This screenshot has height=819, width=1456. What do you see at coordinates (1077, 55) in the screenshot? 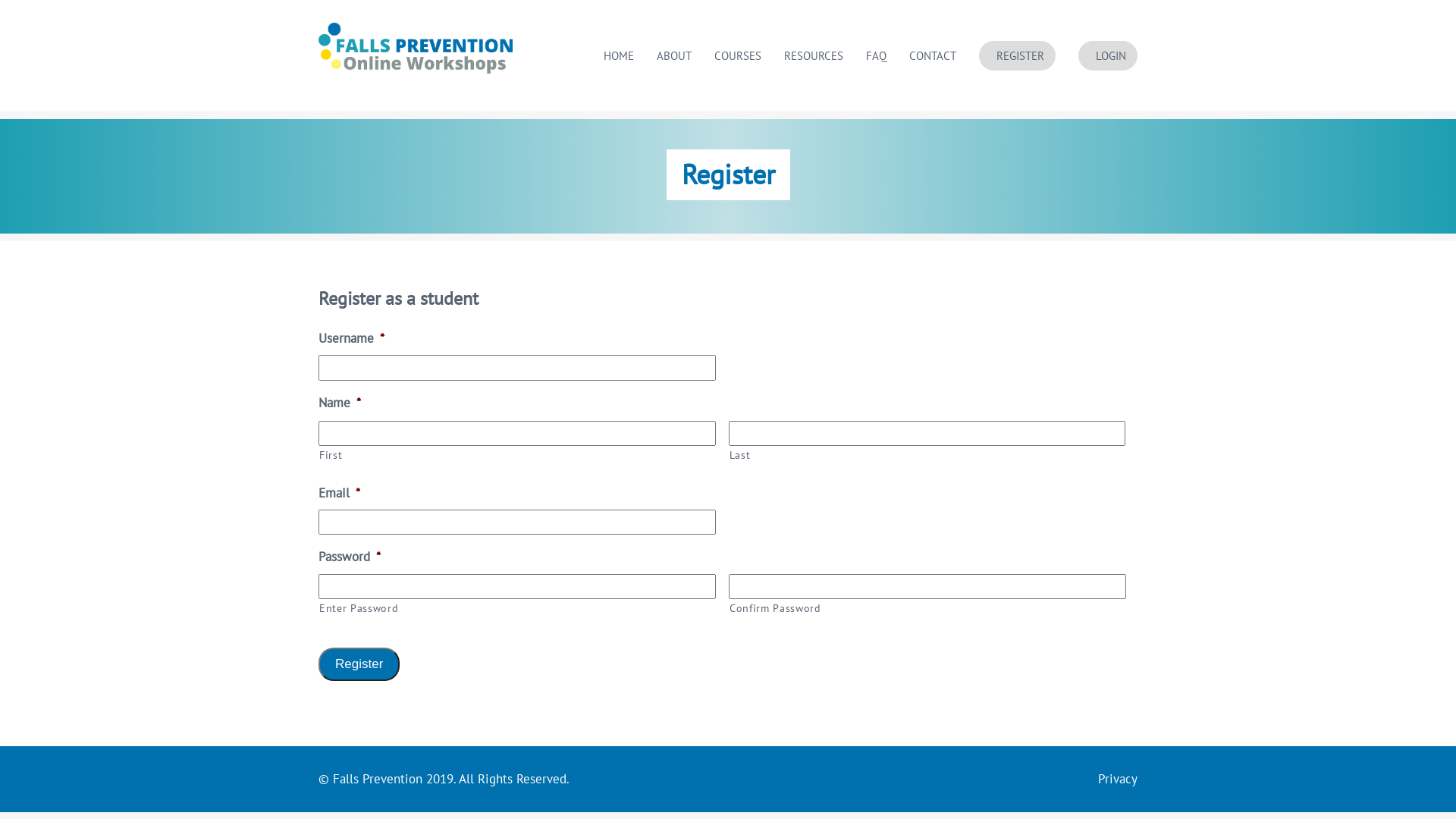
I see `'LOGIN'` at bounding box center [1077, 55].